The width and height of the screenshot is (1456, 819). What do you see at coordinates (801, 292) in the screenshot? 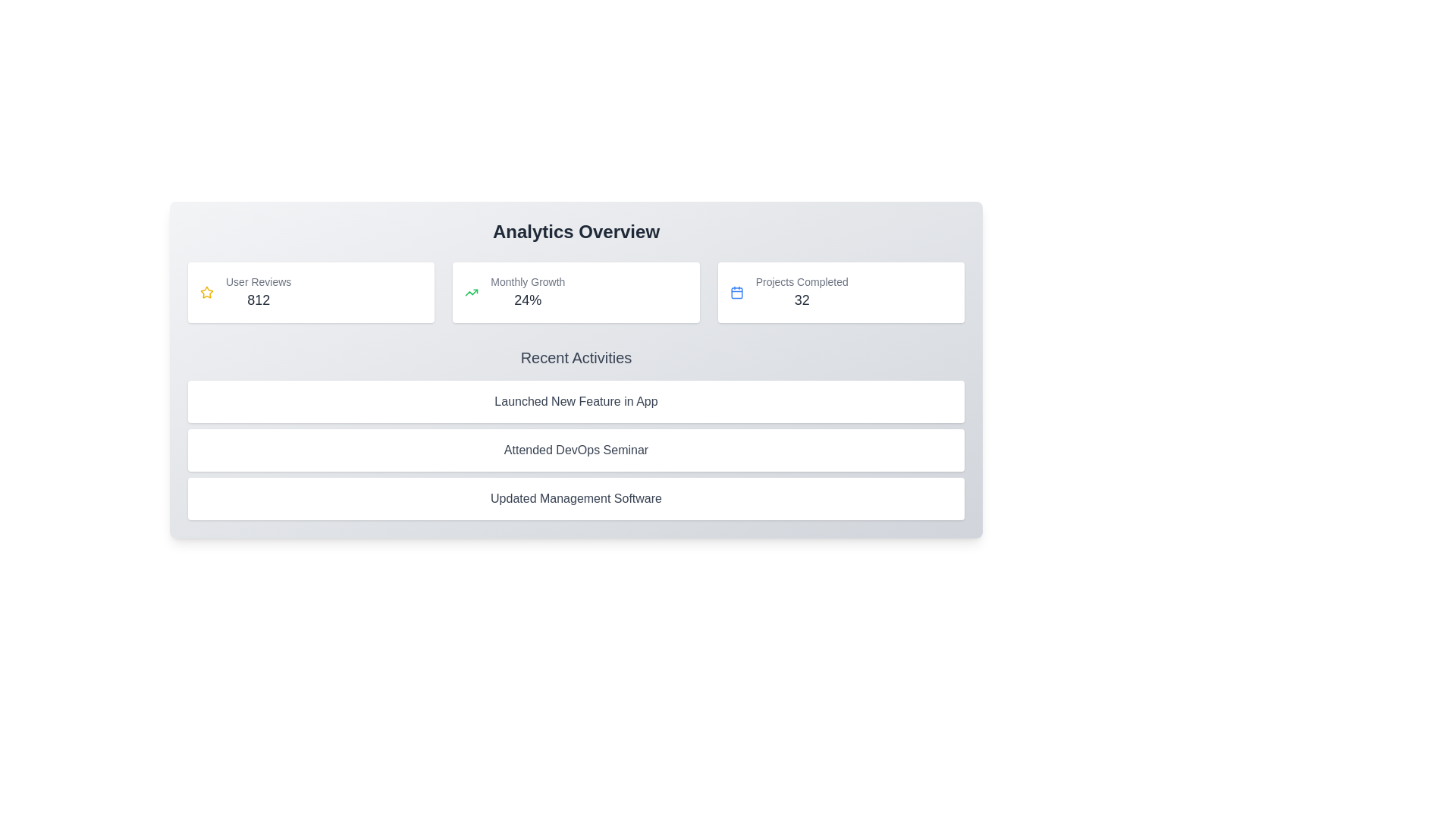
I see `the static text element displaying the numeric value '32' beneath the label 'Projects Completed' in the top-right card of the 'Analytics Overview'` at bounding box center [801, 292].